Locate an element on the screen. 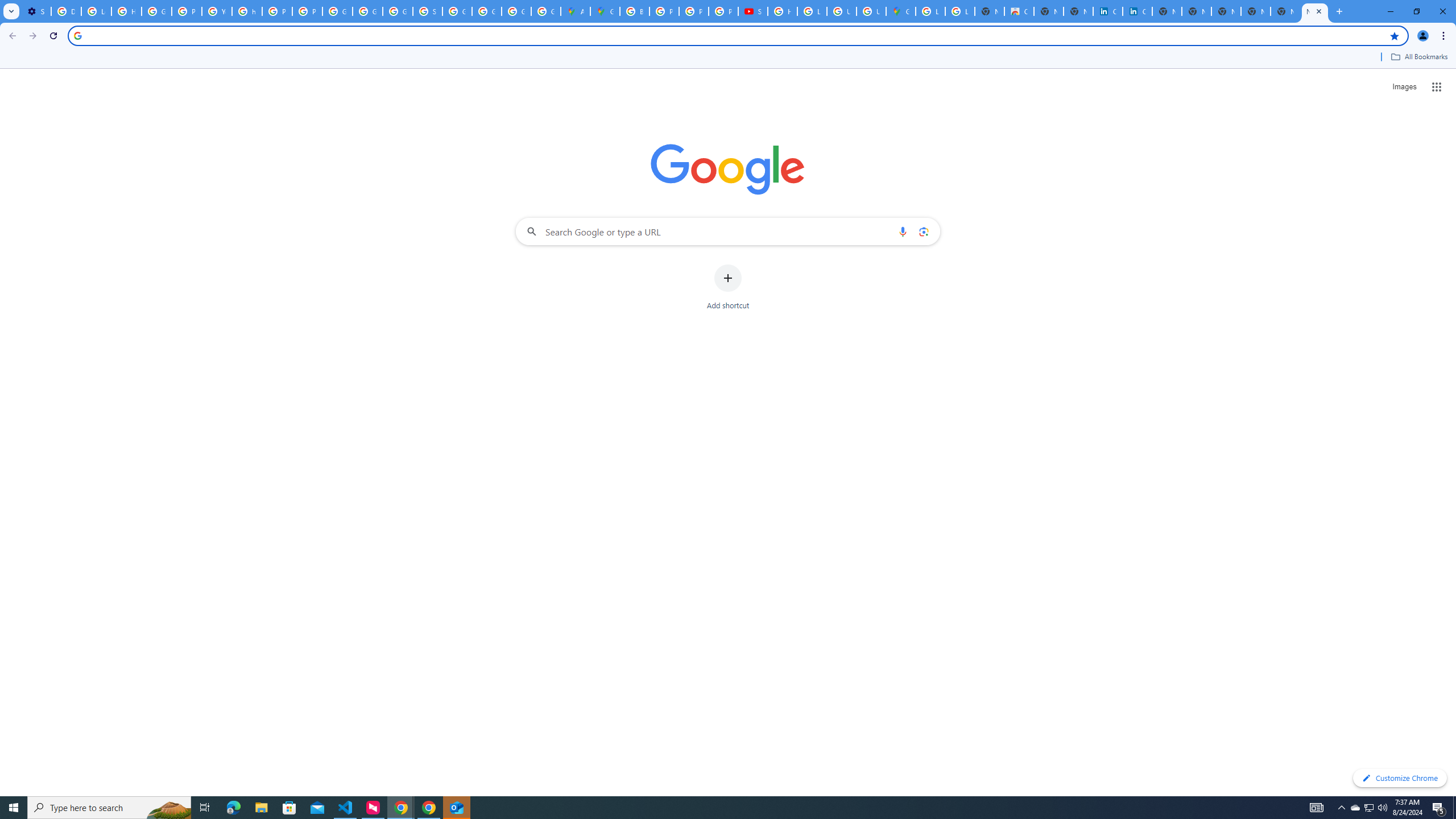 The height and width of the screenshot is (819, 1456). 'Delete photos & videos - Computer - Google Photos Help' is located at coordinates (65, 11).